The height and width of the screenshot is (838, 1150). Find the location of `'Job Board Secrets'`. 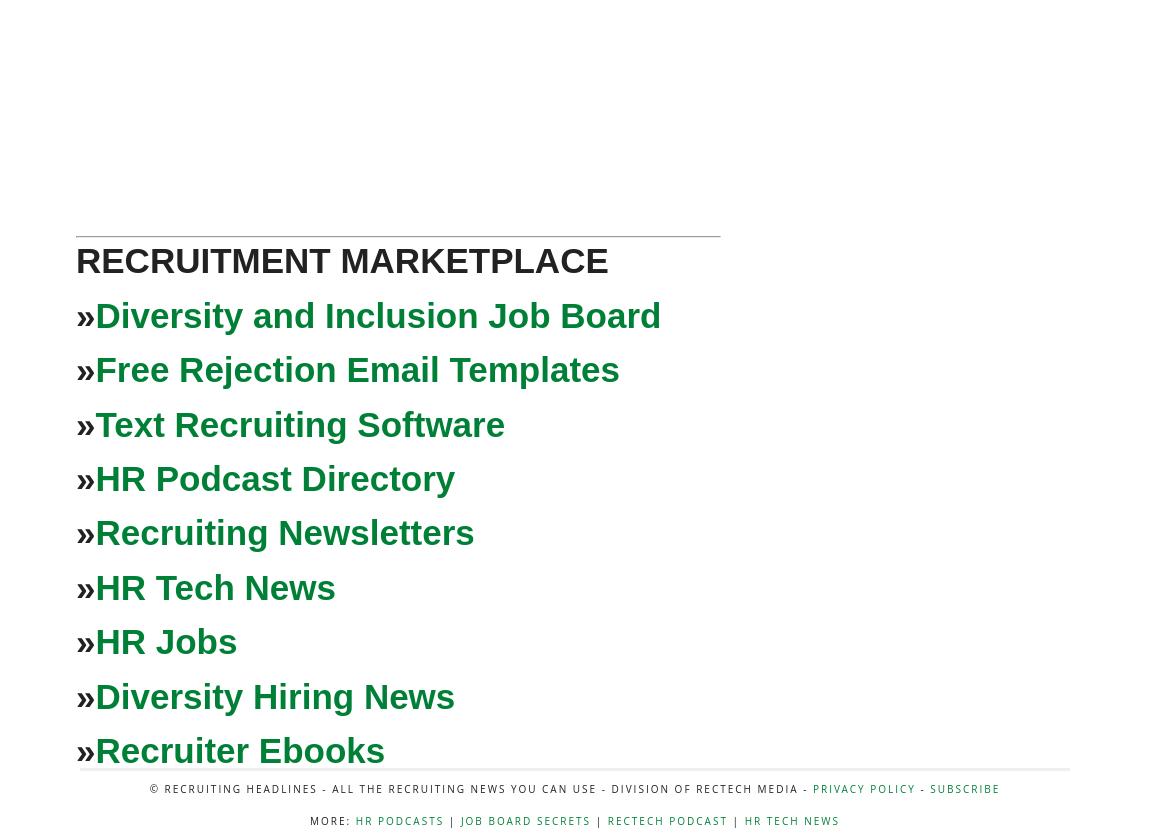

'Job Board Secrets' is located at coordinates (460, 818).